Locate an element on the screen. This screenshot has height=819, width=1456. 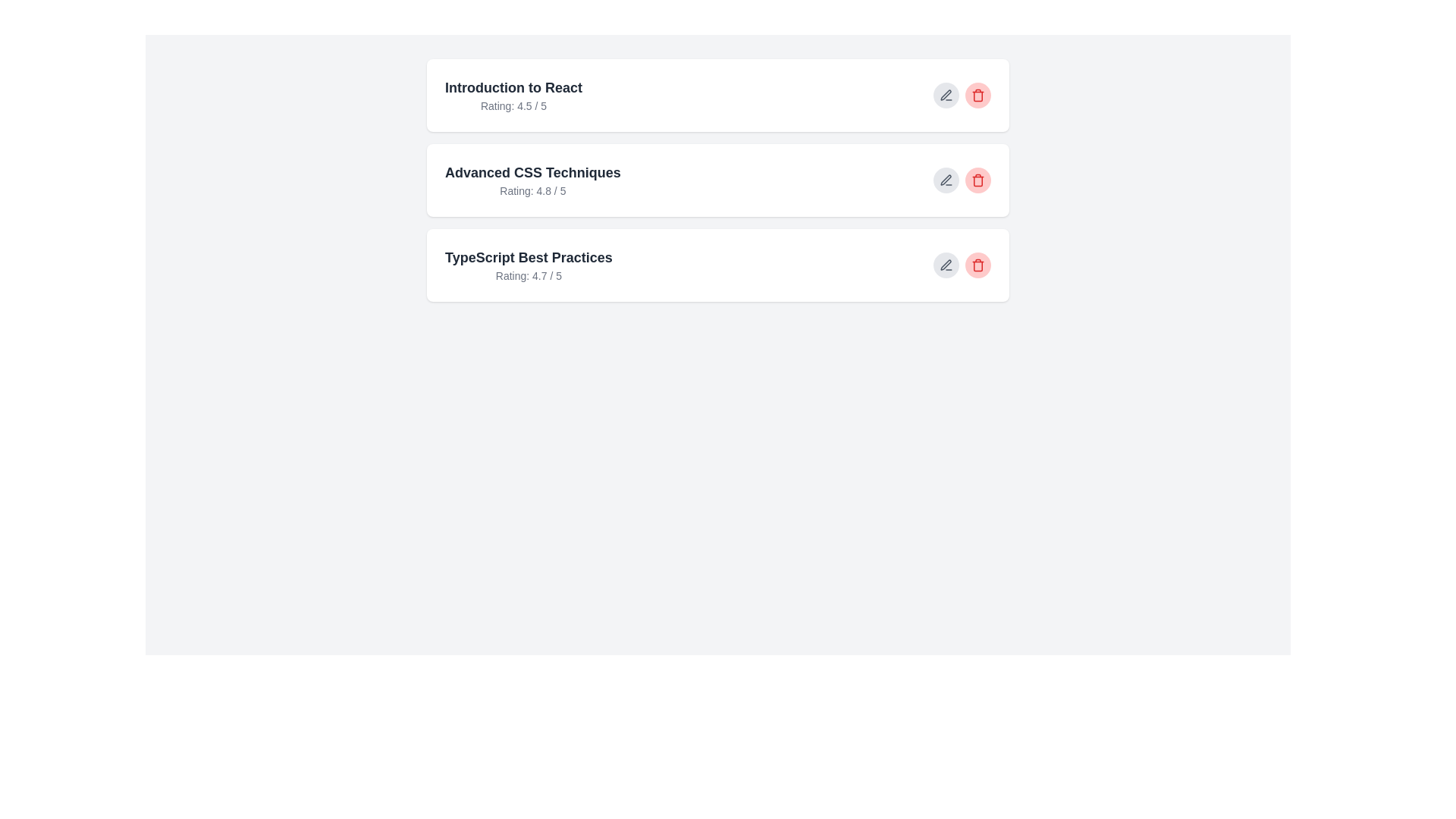
the delete button located at the far right of the course information row is located at coordinates (978, 265).